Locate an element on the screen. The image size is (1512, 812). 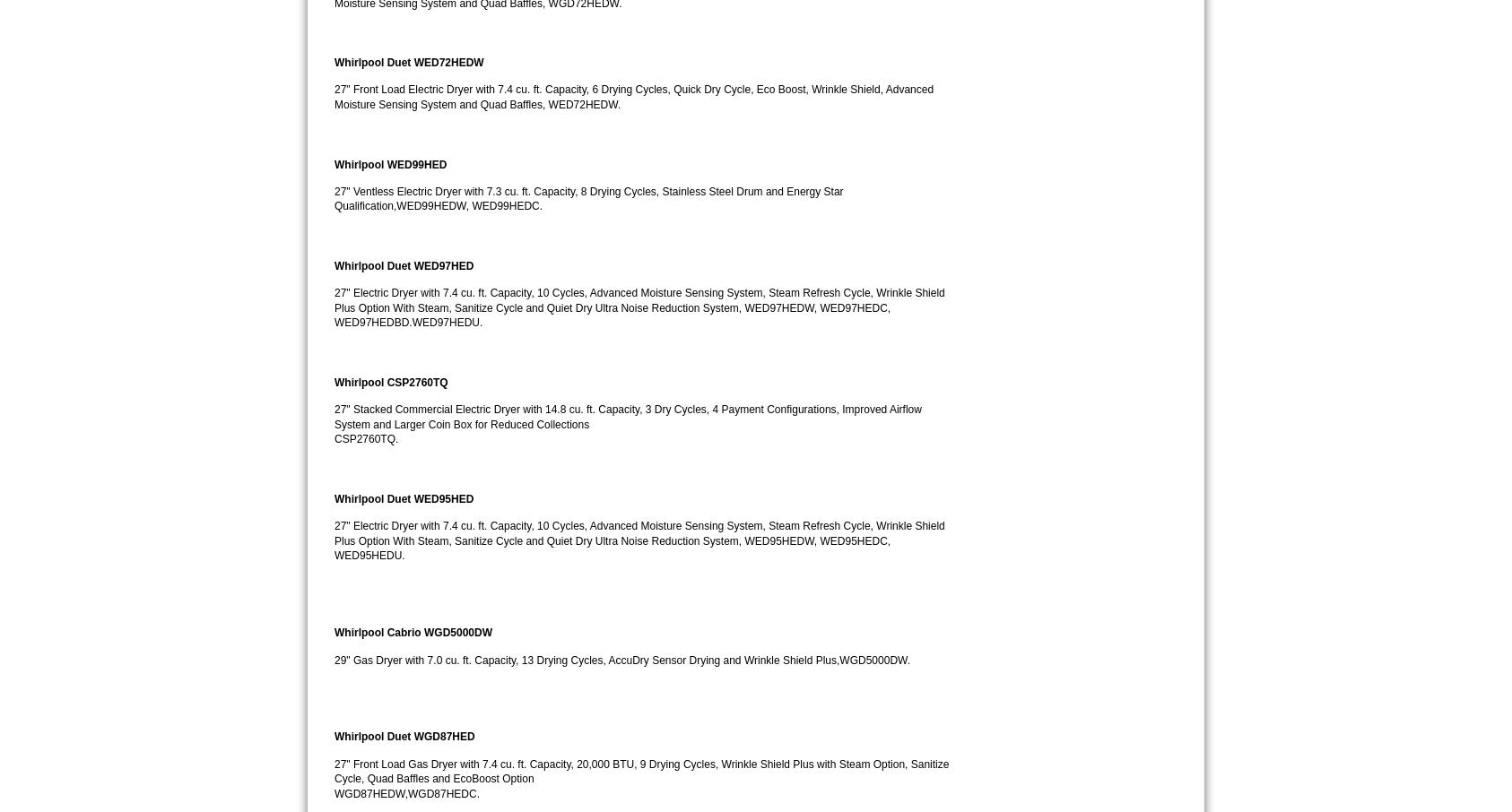
'Whirlpool Duet WED72HEDW' is located at coordinates (409, 63).